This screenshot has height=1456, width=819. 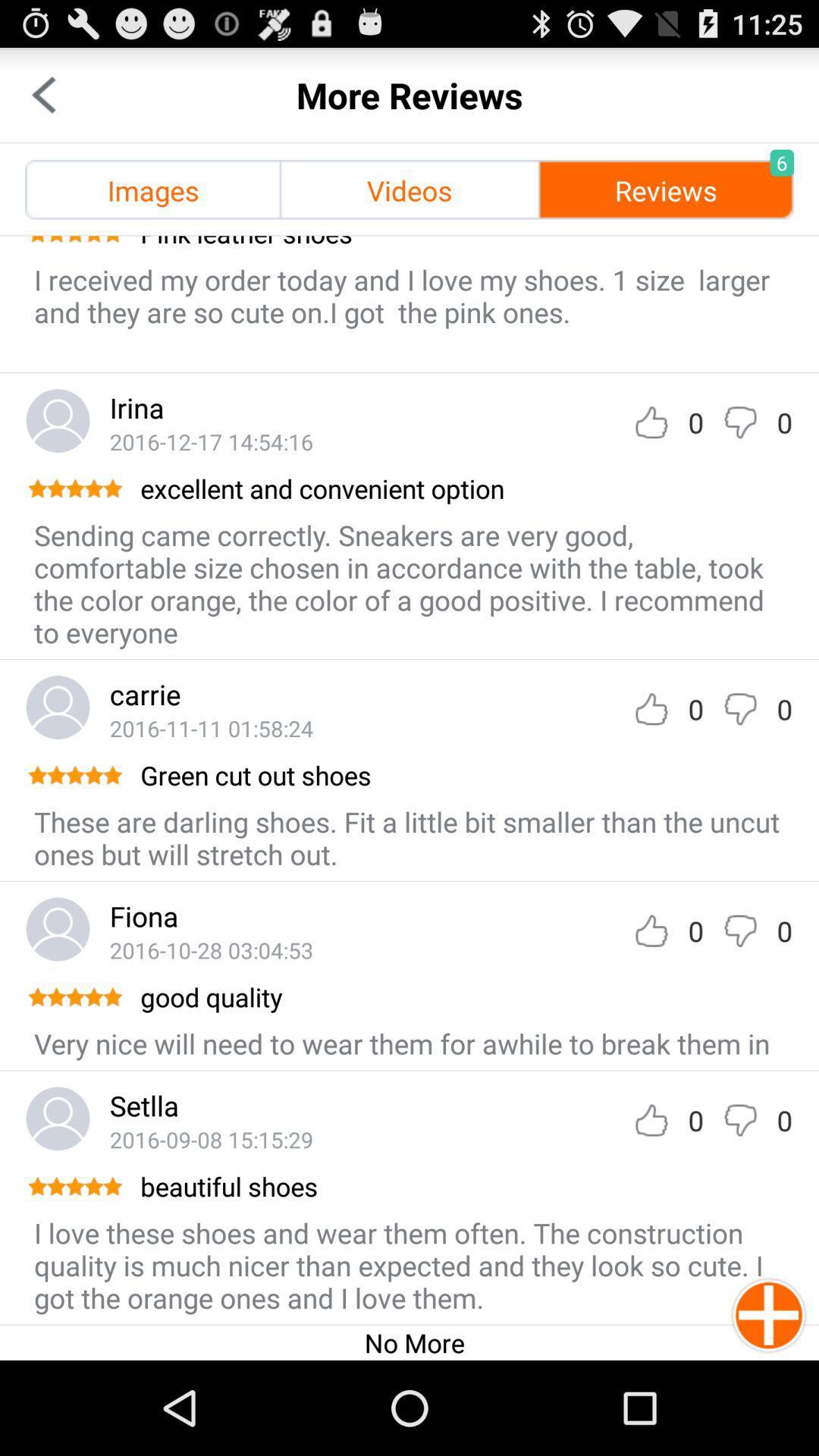 What do you see at coordinates (739, 1120) in the screenshot?
I see `choose dislike option` at bounding box center [739, 1120].